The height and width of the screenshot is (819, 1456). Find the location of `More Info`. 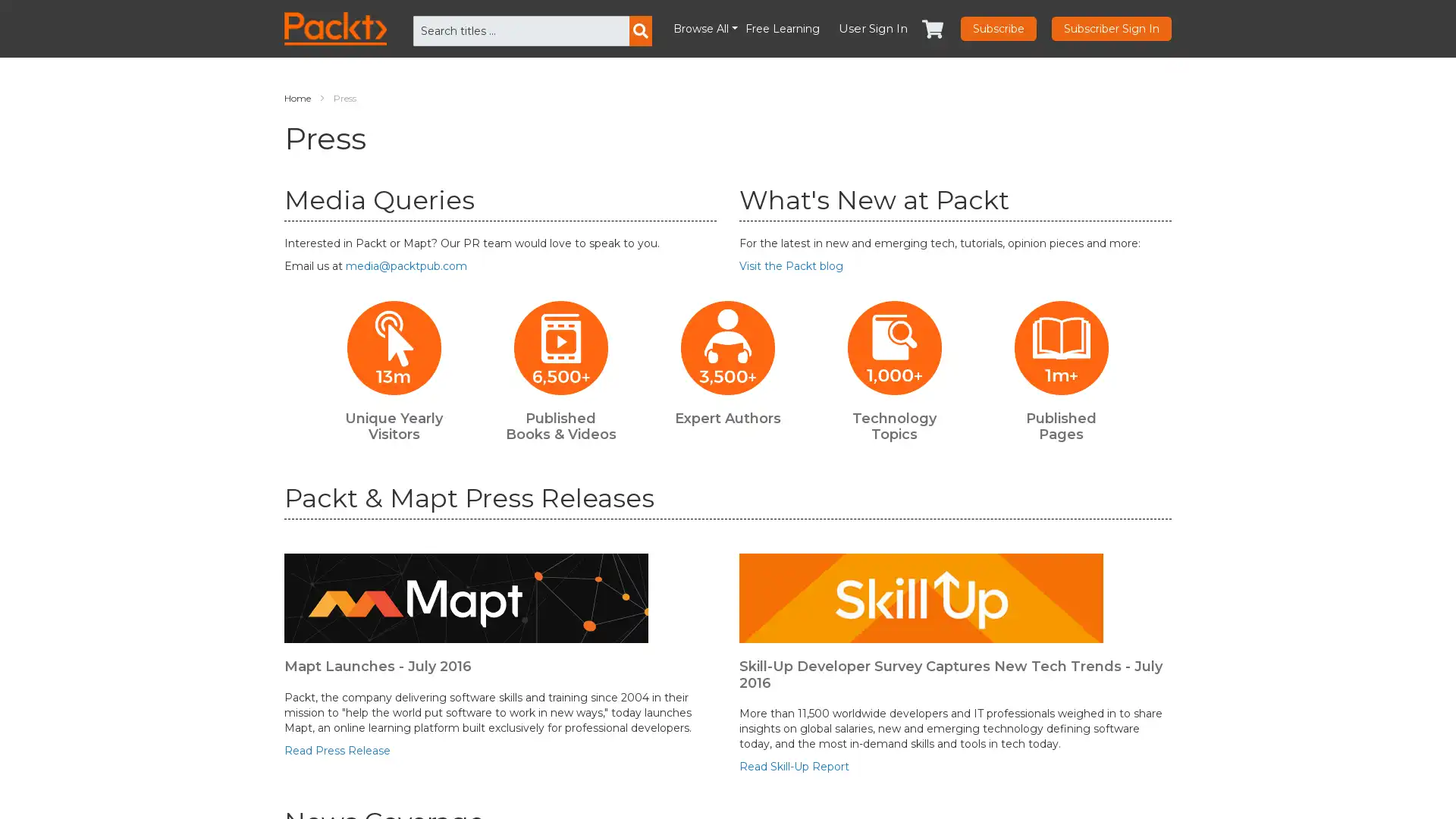

More Info is located at coordinates (1240, 786).